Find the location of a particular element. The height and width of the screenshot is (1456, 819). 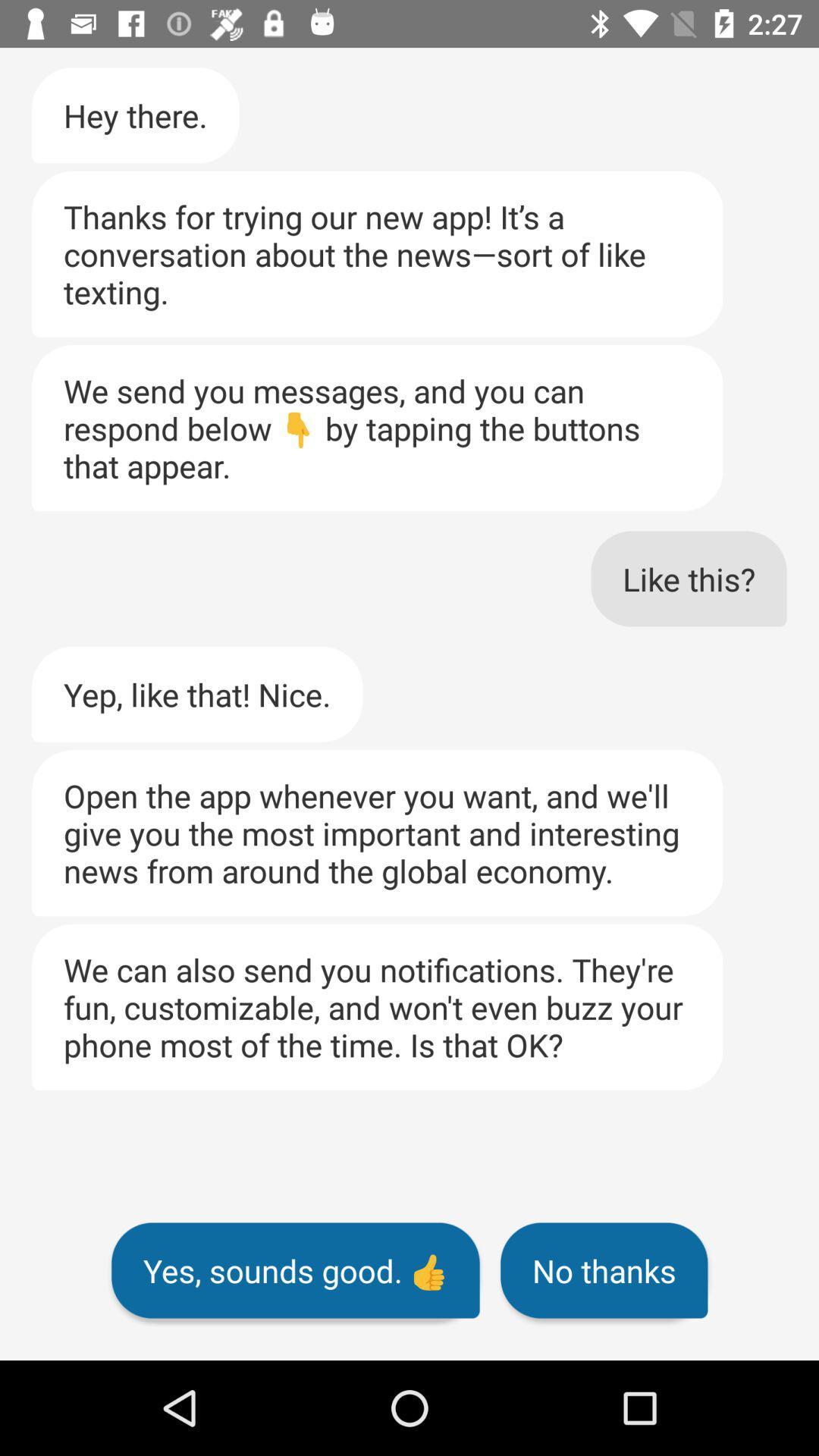

the no thanks at the bottom right corner is located at coordinates (603, 1270).